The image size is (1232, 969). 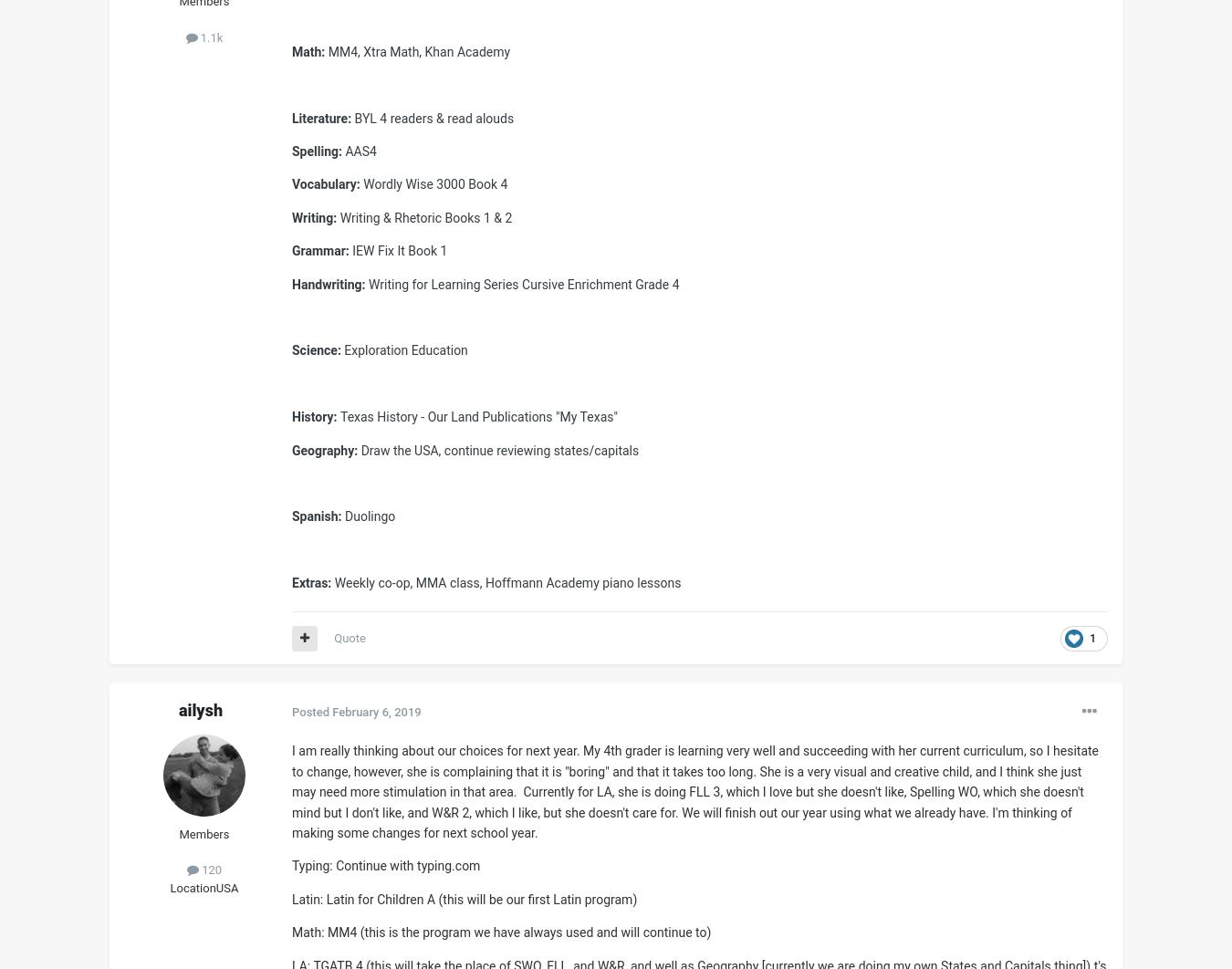 I want to click on 'Writing:', so click(x=290, y=216).